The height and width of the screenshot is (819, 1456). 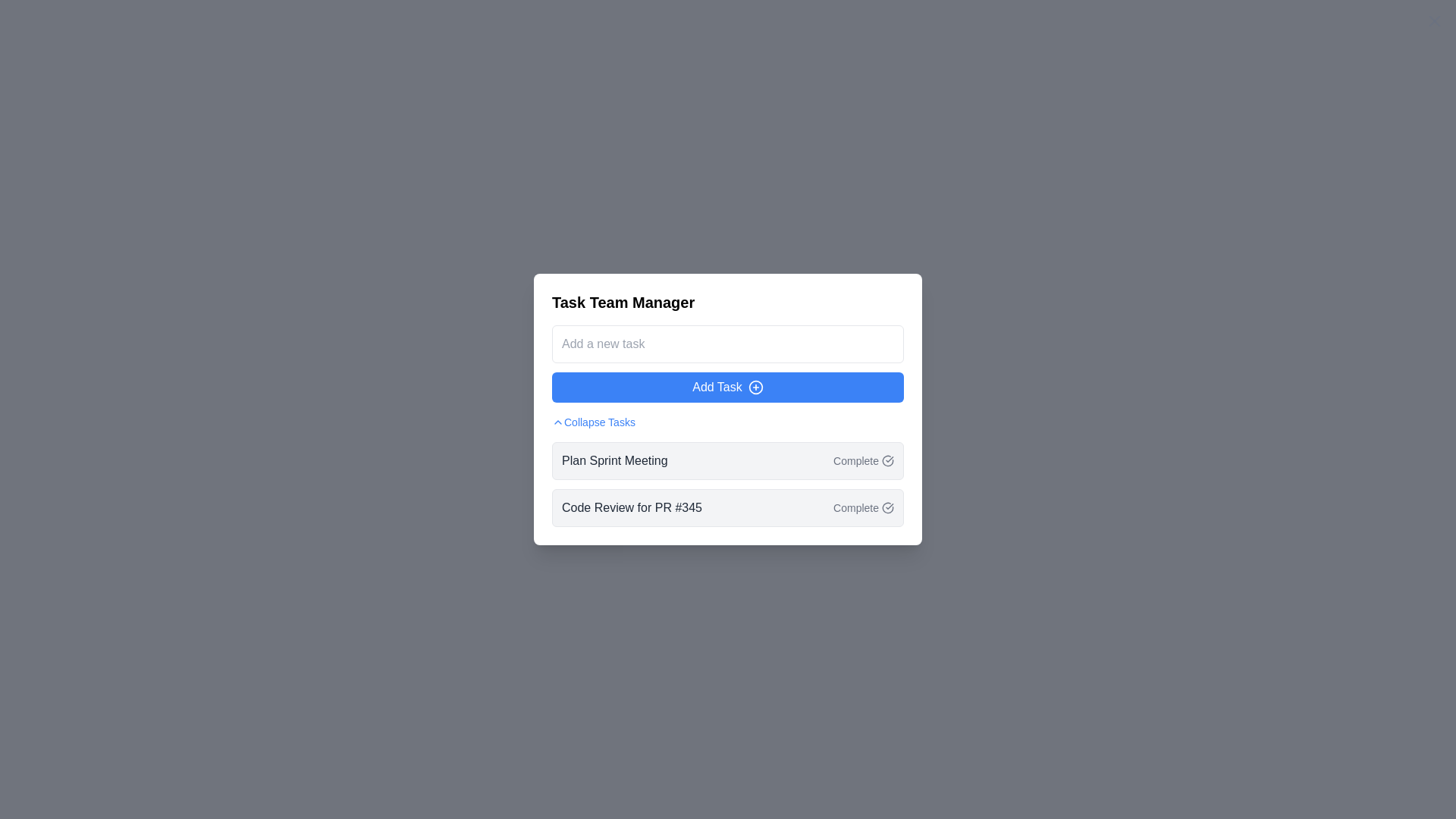 I want to click on the small upward arrow icon next to the 'Collapse Tasks' text, so click(x=557, y=422).